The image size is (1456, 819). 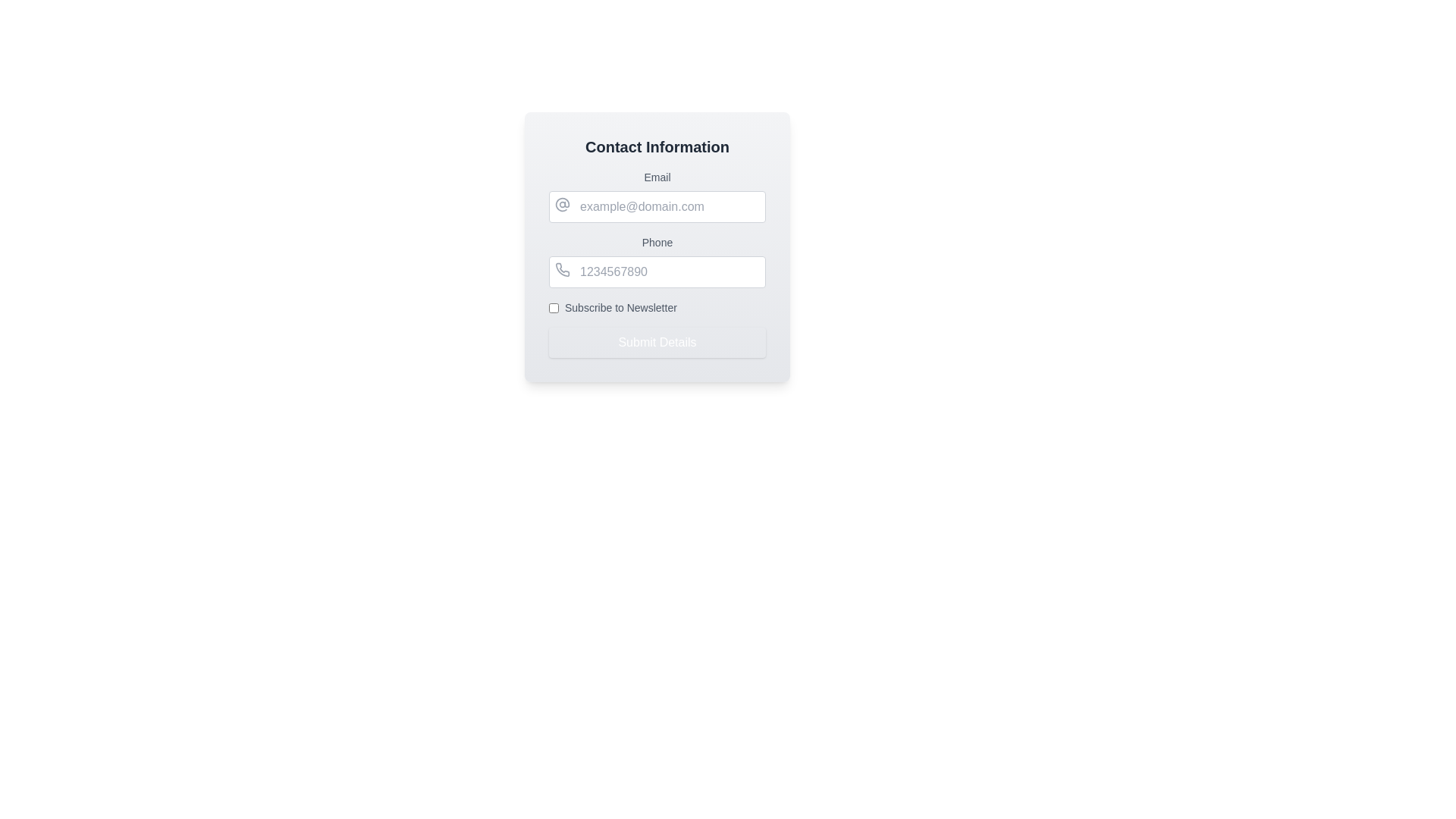 I want to click on the icon located to the left of the email input field, so click(x=562, y=205).